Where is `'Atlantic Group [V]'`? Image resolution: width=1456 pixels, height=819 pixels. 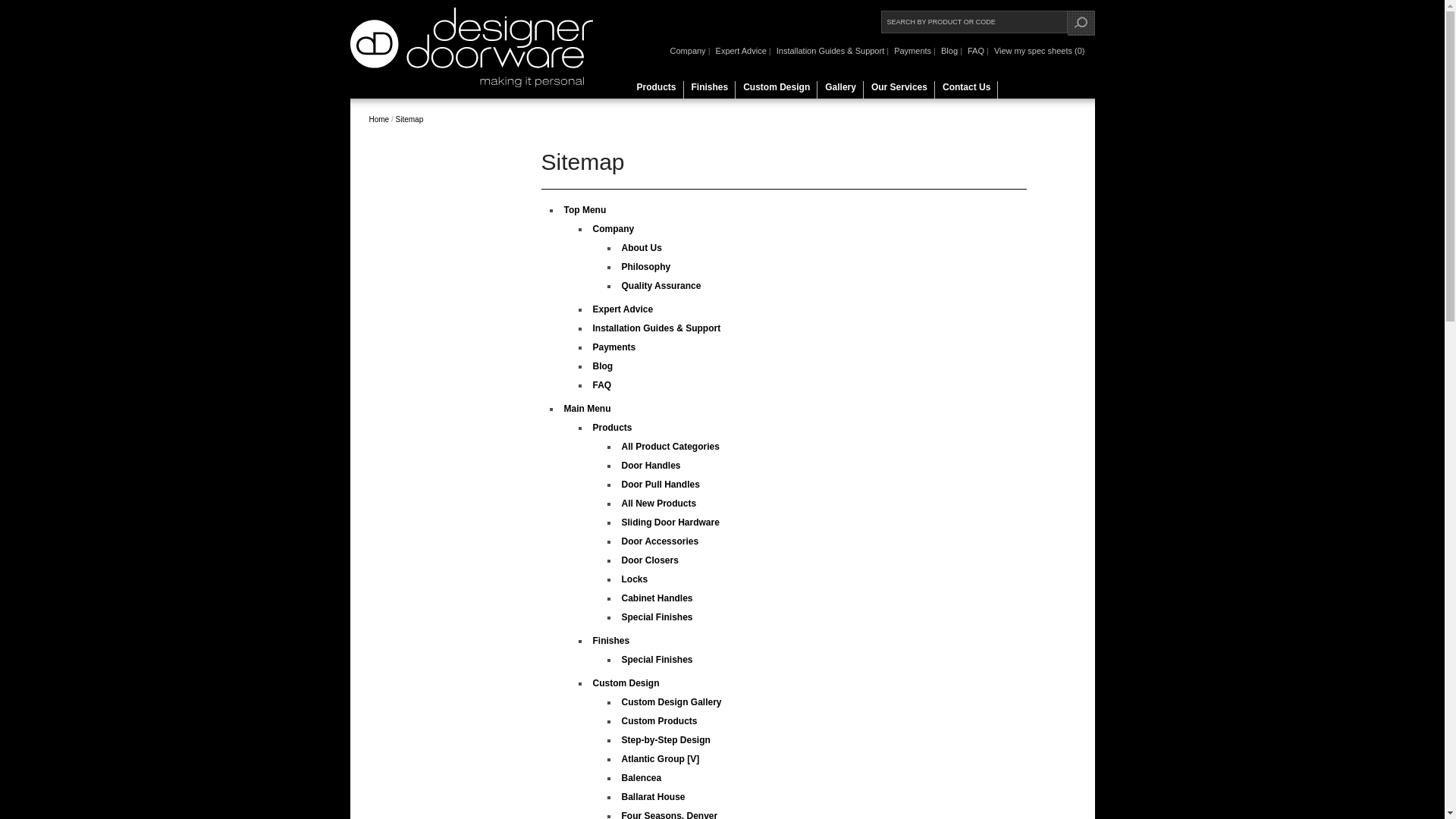 'Atlantic Group [V]' is located at coordinates (661, 759).